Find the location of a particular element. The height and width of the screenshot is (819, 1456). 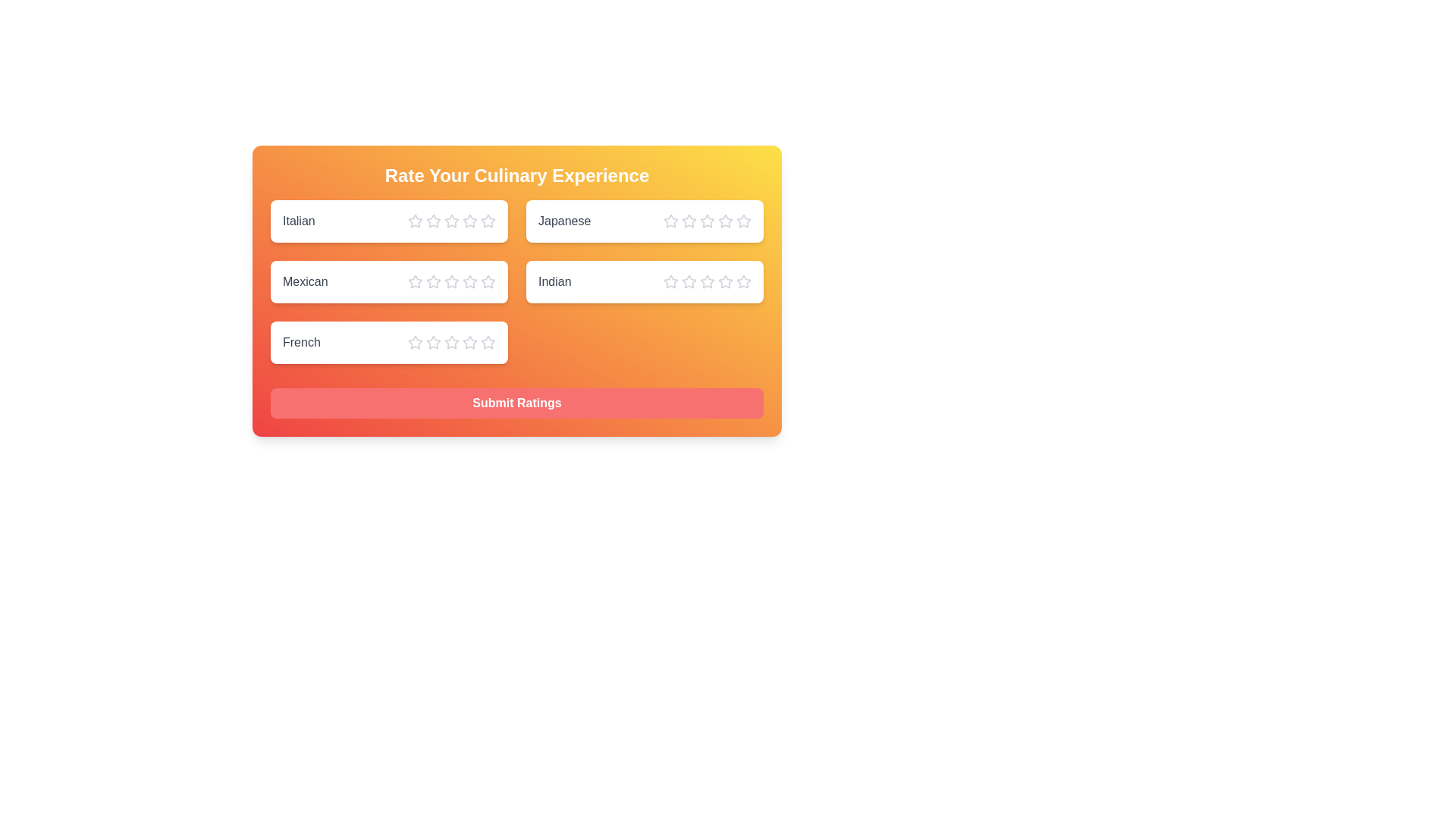

the star corresponding to the rating 2 for the cuisine Indian is located at coordinates (688, 281).